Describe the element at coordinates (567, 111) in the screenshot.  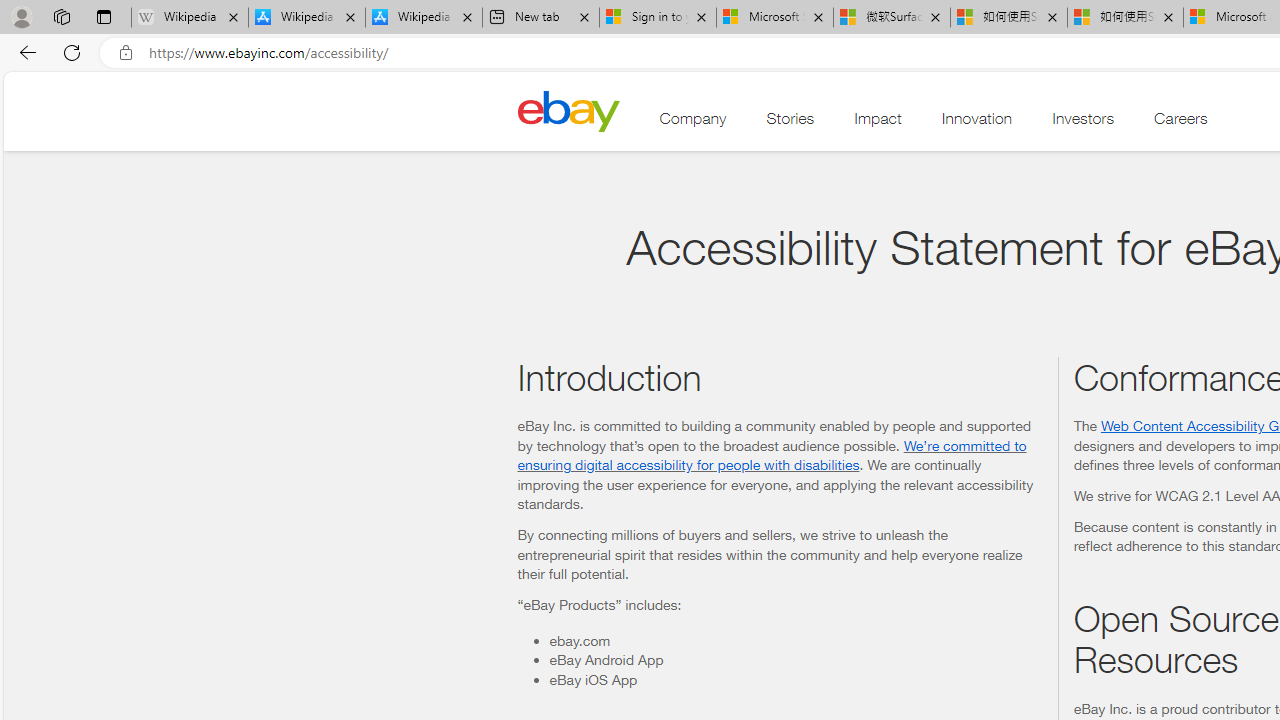
I see `'Class: desktop'` at that location.